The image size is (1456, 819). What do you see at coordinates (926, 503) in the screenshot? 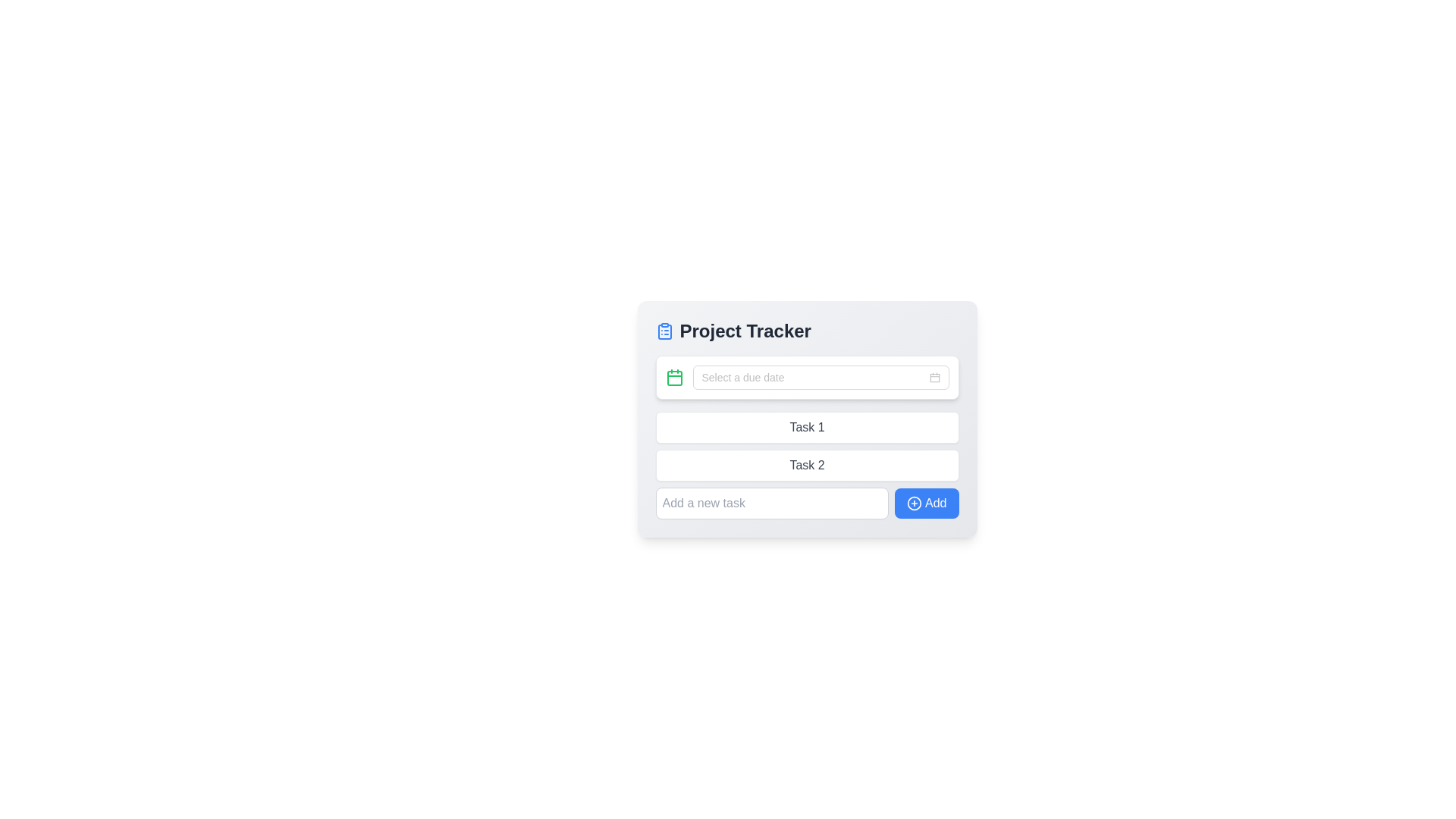
I see `the button used to add a new task` at bounding box center [926, 503].